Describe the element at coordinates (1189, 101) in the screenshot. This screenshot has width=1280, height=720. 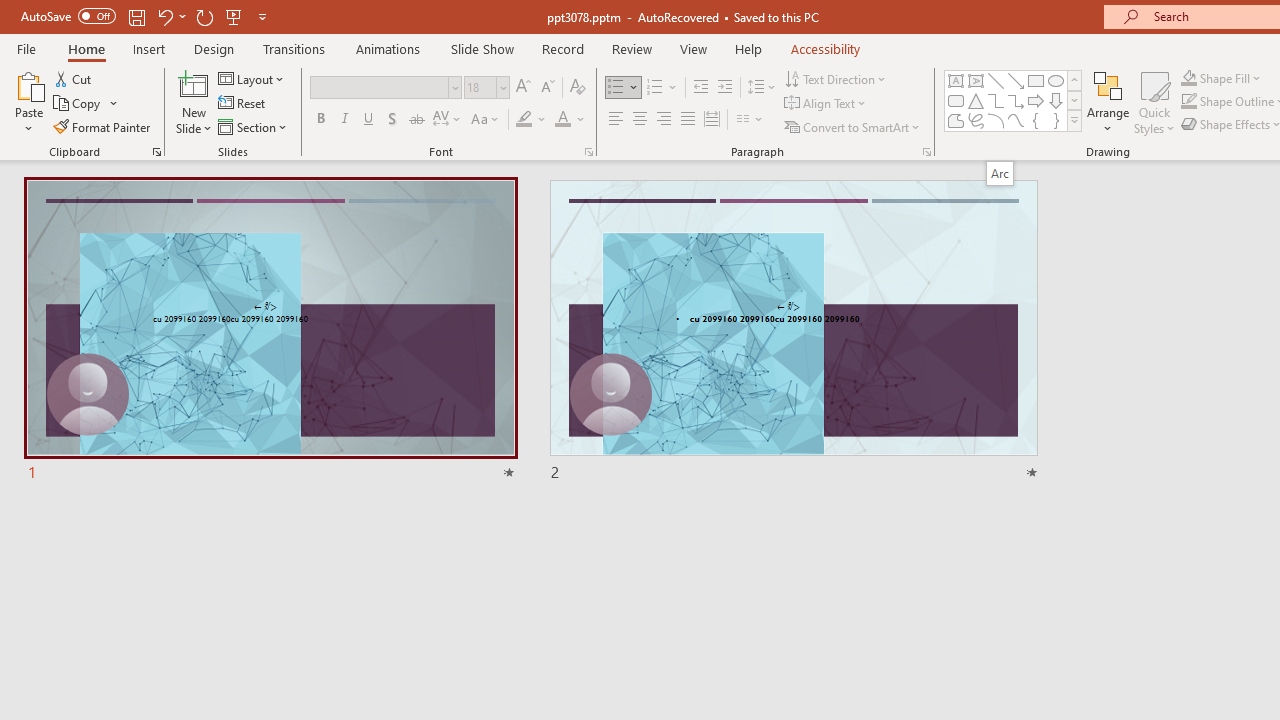
I see `'Shape Outline Green, Accent 1'` at that location.